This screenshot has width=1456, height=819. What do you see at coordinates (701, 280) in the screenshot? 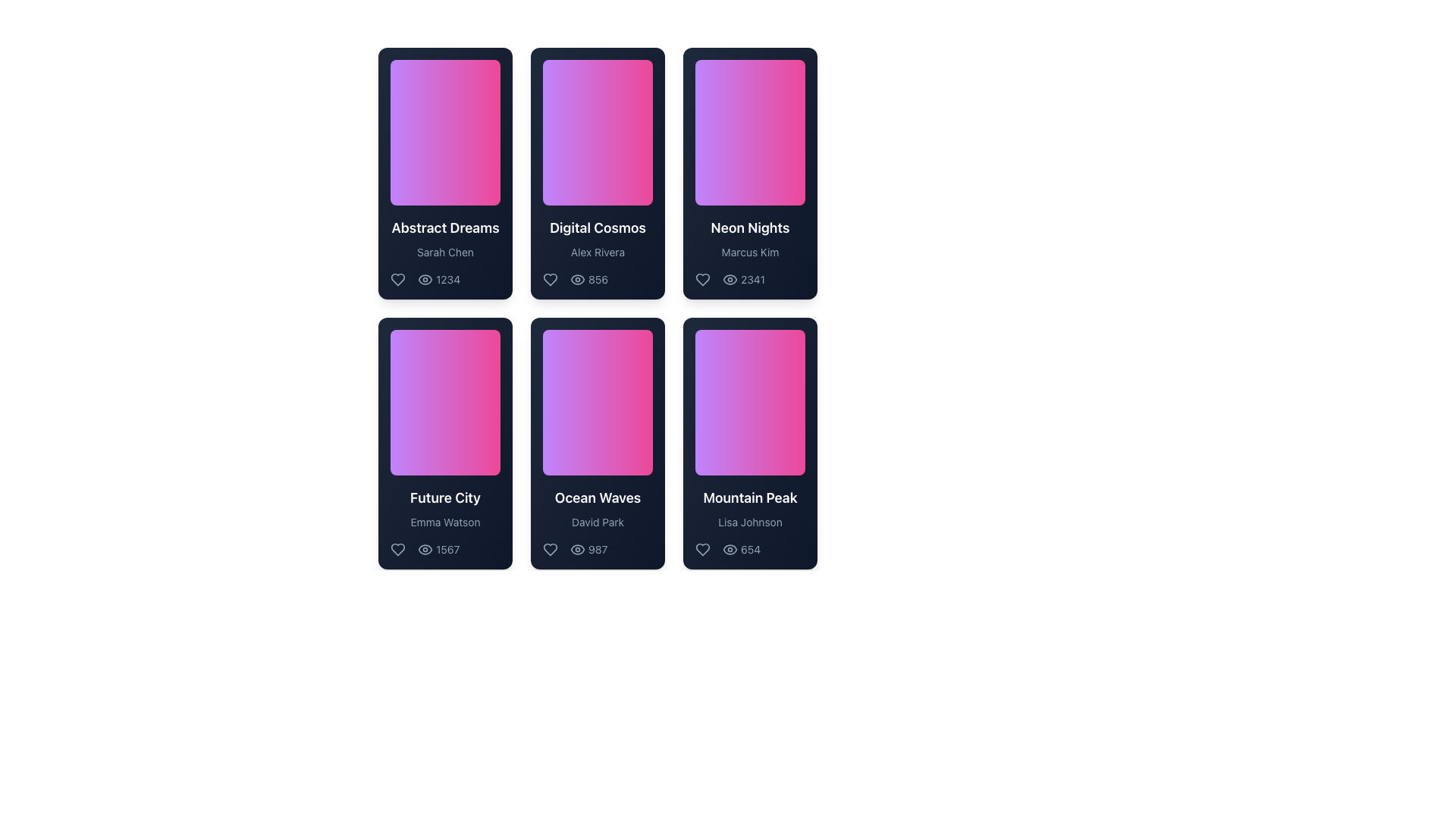
I see `the like button (heart icon) located in the lower left corner of the 'Neon Nights' card beneath 'Marcus Kim' to possibly see a tooltip or feedback` at bounding box center [701, 280].